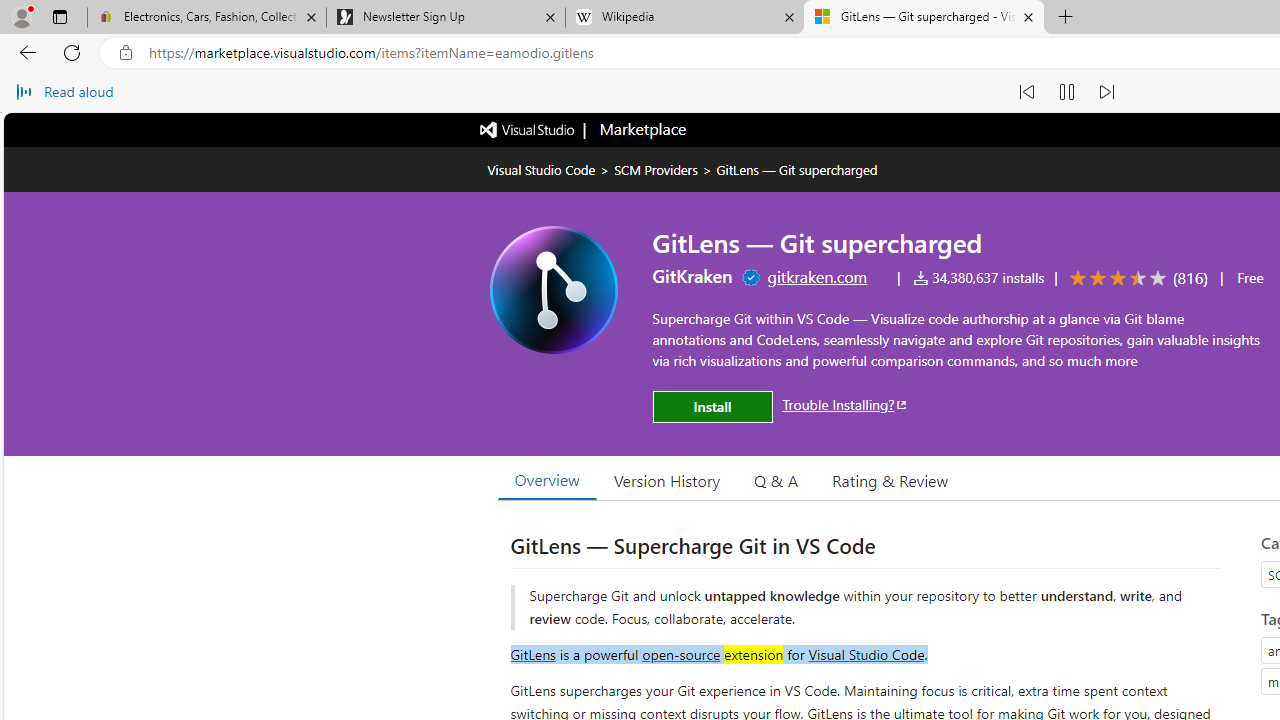  What do you see at coordinates (1026, 92) in the screenshot?
I see `'Read previous paragraph'` at bounding box center [1026, 92].